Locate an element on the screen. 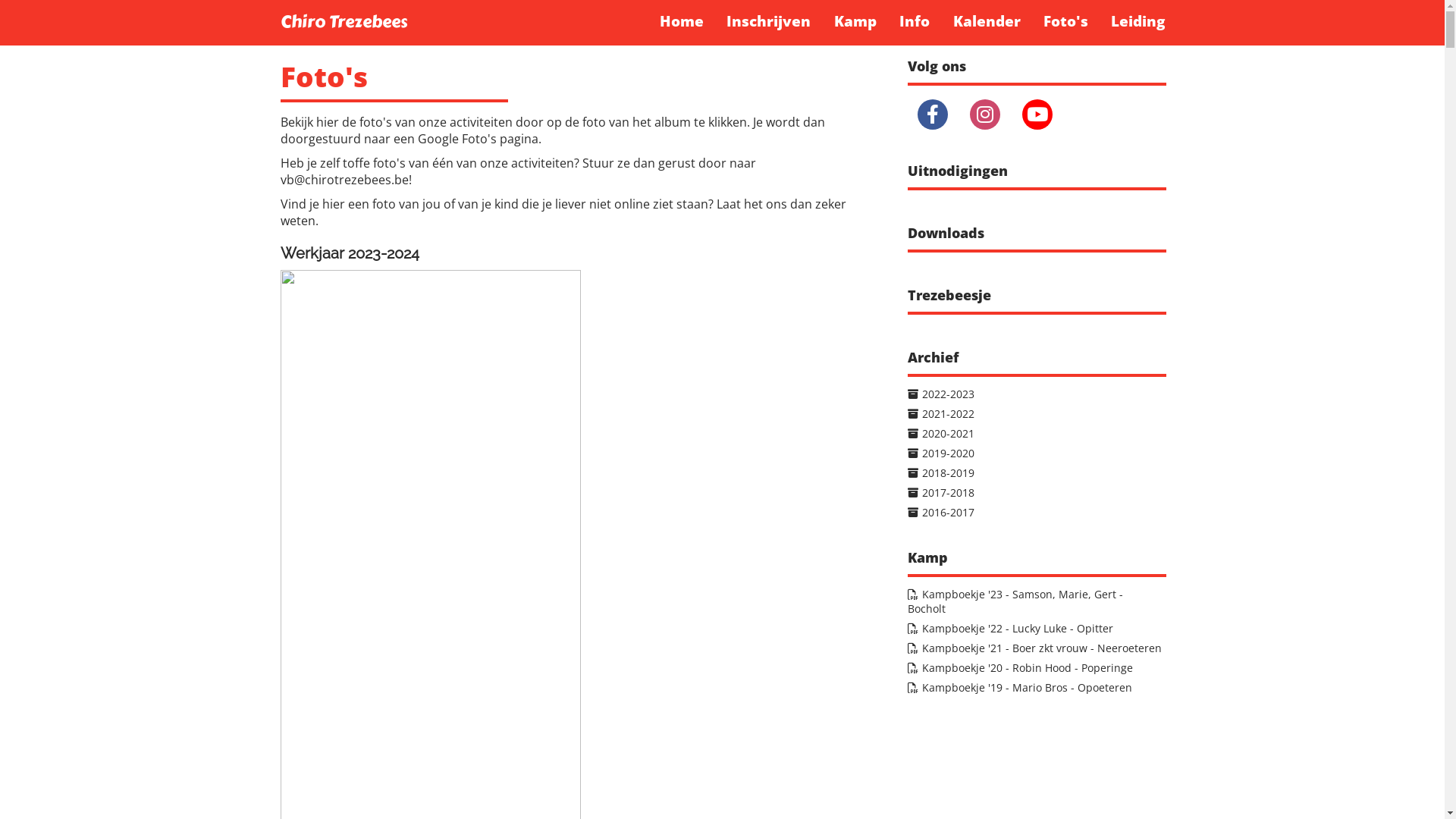 The height and width of the screenshot is (819, 1456). 'Home' is located at coordinates (680, 20).